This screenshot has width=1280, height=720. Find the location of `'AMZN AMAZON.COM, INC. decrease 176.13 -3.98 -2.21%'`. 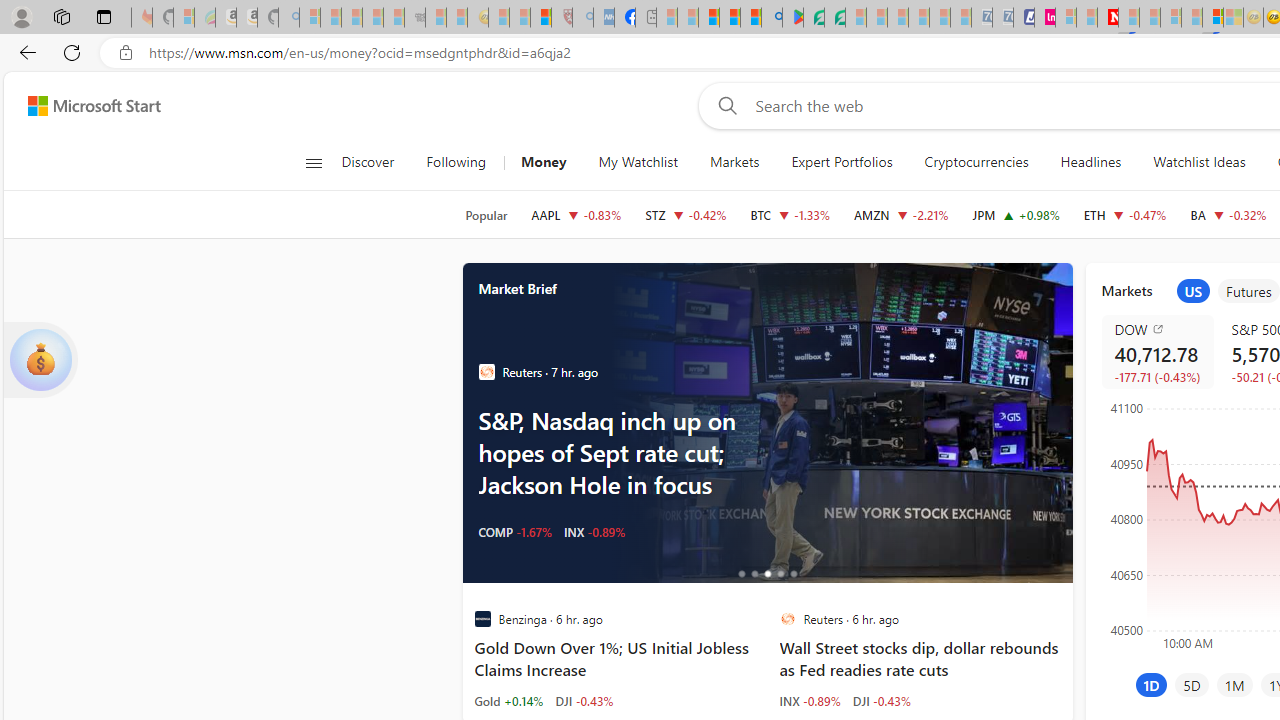

'AMZN AMAZON.COM, INC. decrease 176.13 -3.98 -2.21%' is located at coordinates (900, 214).